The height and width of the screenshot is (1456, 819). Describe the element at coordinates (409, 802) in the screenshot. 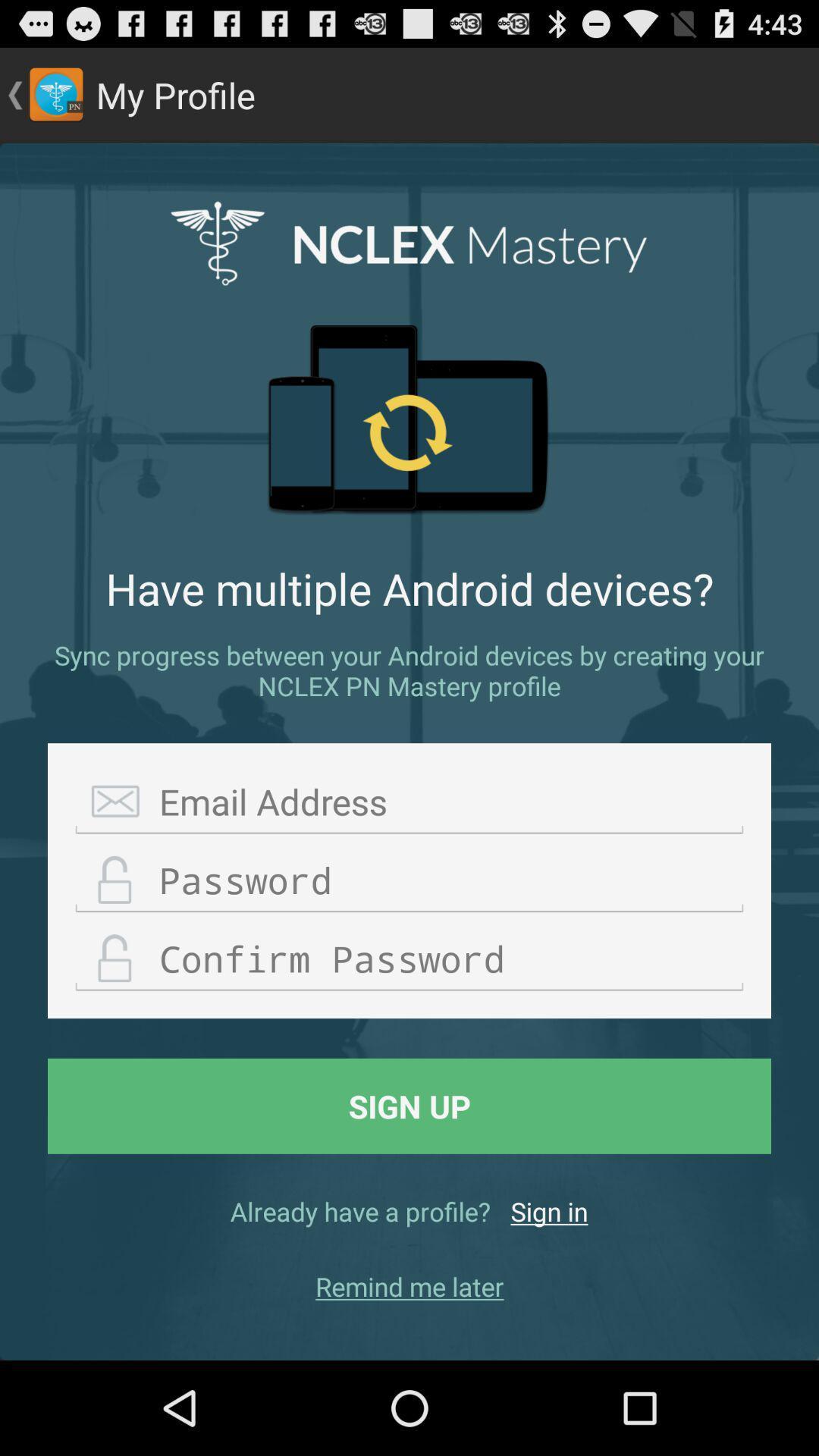

I see `write your e-mail` at that location.